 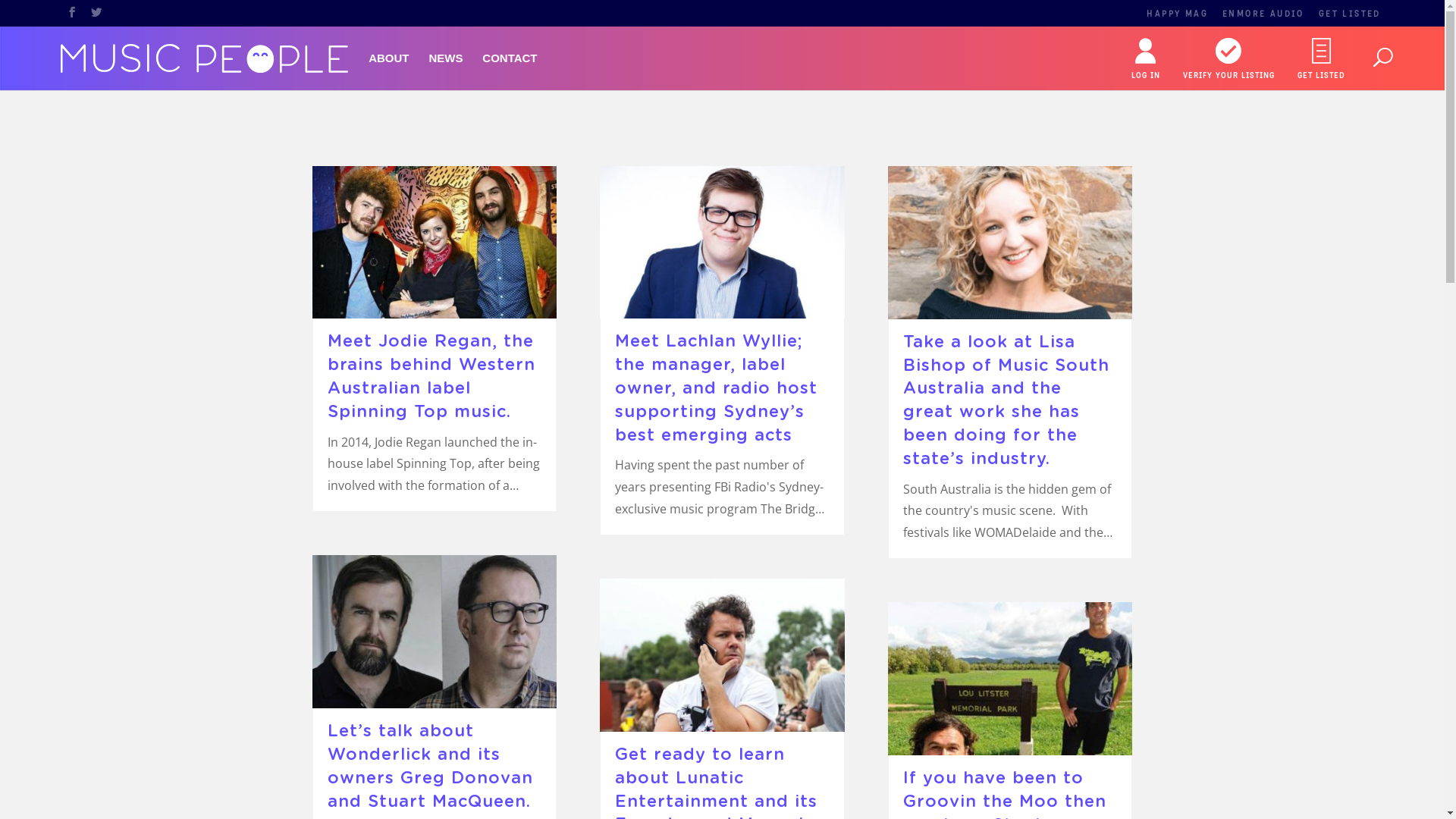 What do you see at coordinates (1131, 58) in the screenshot?
I see `'LOG IN'` at bounding box center [1131, 58].